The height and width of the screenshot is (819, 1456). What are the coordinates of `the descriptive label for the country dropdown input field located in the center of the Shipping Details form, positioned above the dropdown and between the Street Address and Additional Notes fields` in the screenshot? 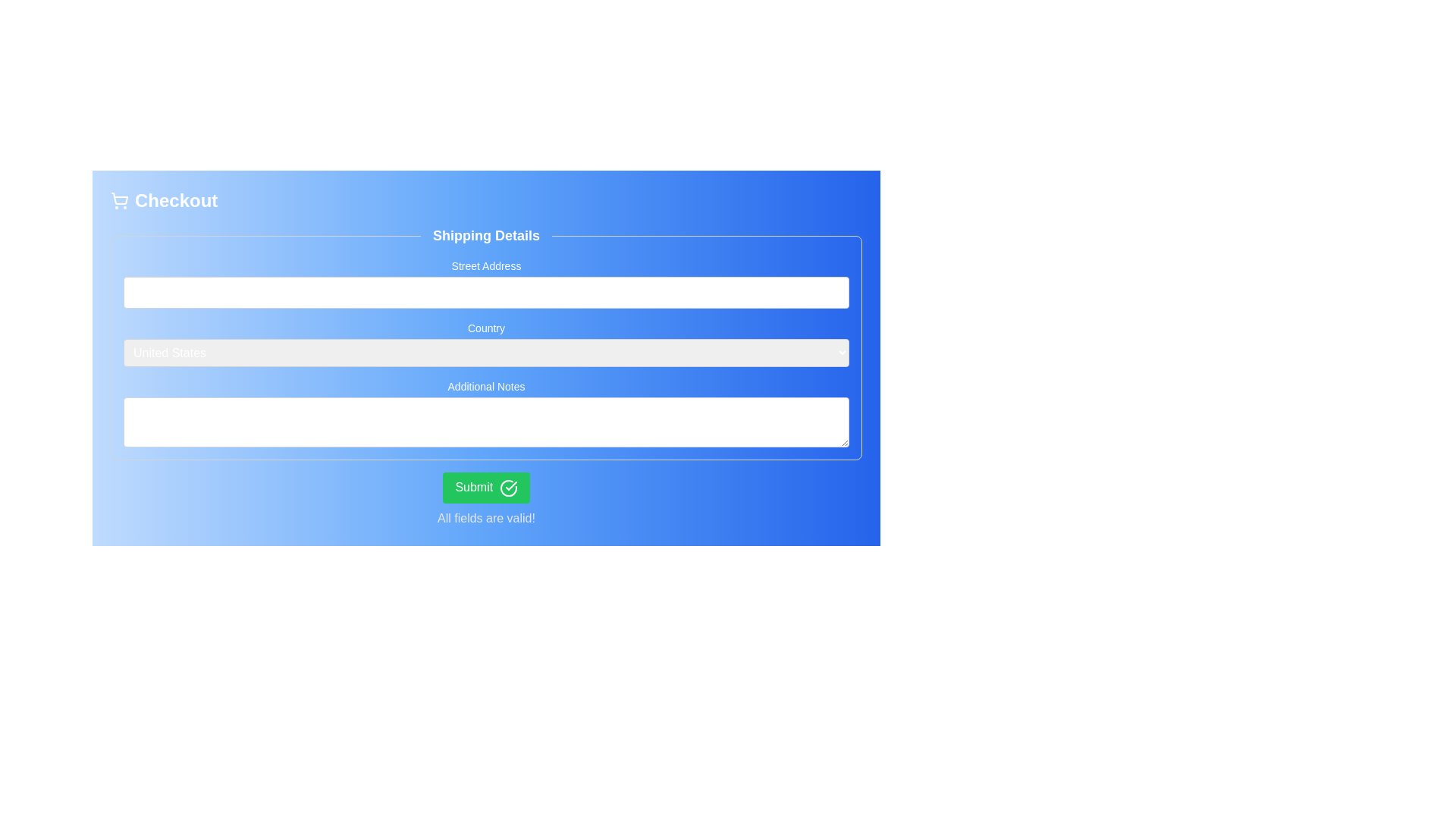 It's located at (486, 327).